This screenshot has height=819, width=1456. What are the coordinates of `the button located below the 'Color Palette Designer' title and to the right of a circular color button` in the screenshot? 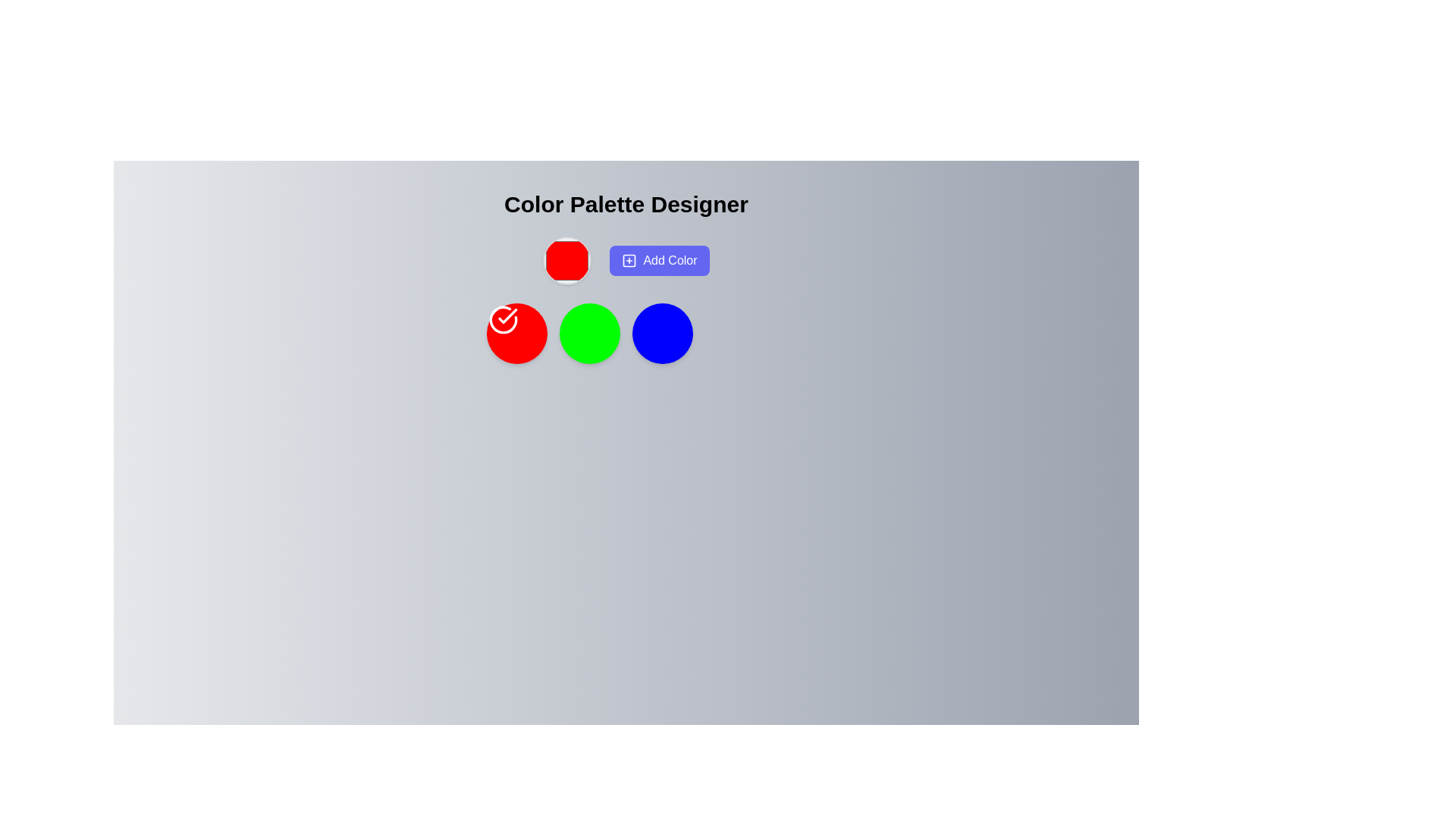 It's located at (659, 259).